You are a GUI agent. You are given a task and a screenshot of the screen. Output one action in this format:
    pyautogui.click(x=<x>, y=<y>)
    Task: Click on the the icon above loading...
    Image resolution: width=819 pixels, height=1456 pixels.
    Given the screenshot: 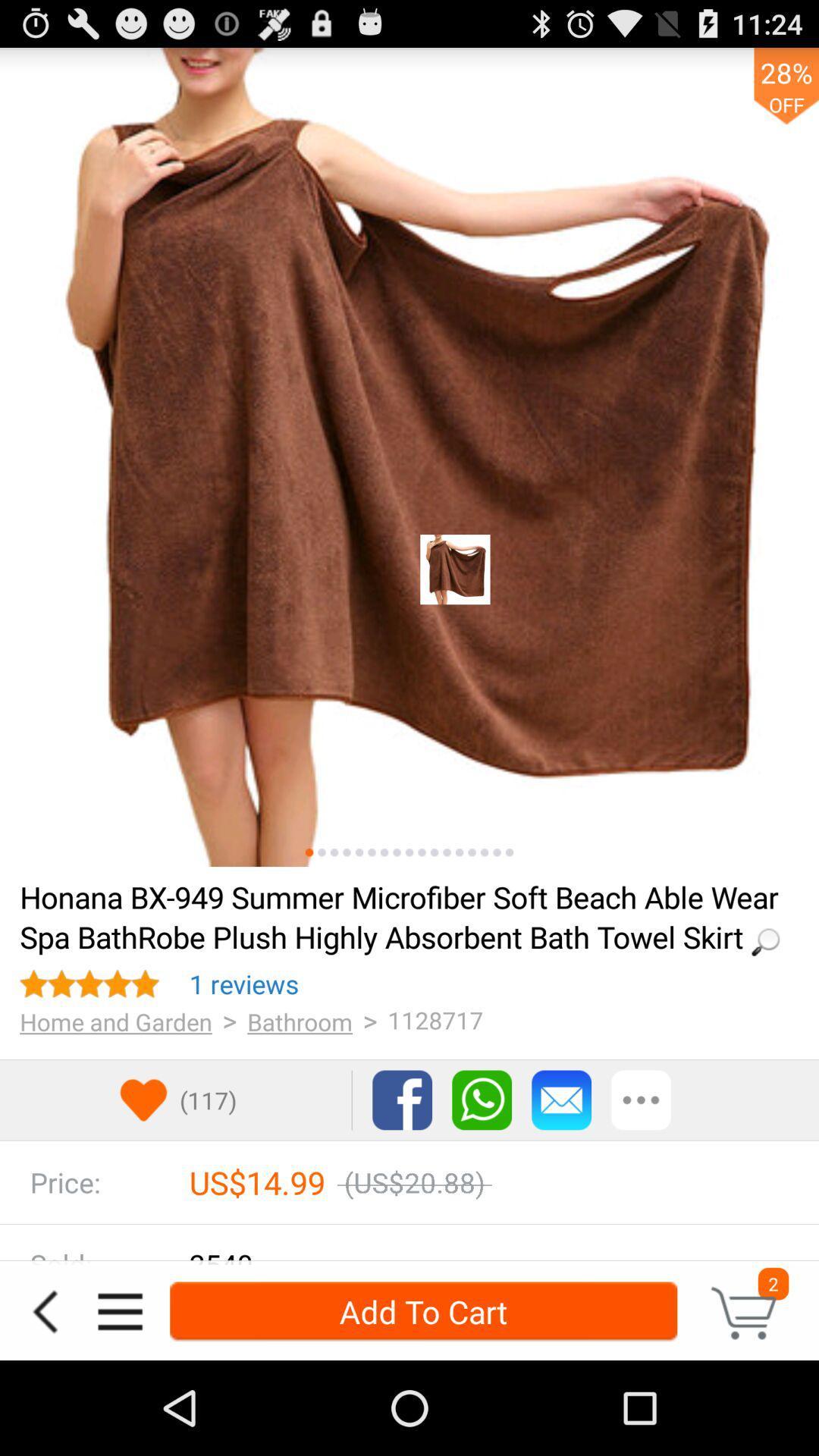 What is the action you would take?
    pyautogui.click(x=422, y=852)
    